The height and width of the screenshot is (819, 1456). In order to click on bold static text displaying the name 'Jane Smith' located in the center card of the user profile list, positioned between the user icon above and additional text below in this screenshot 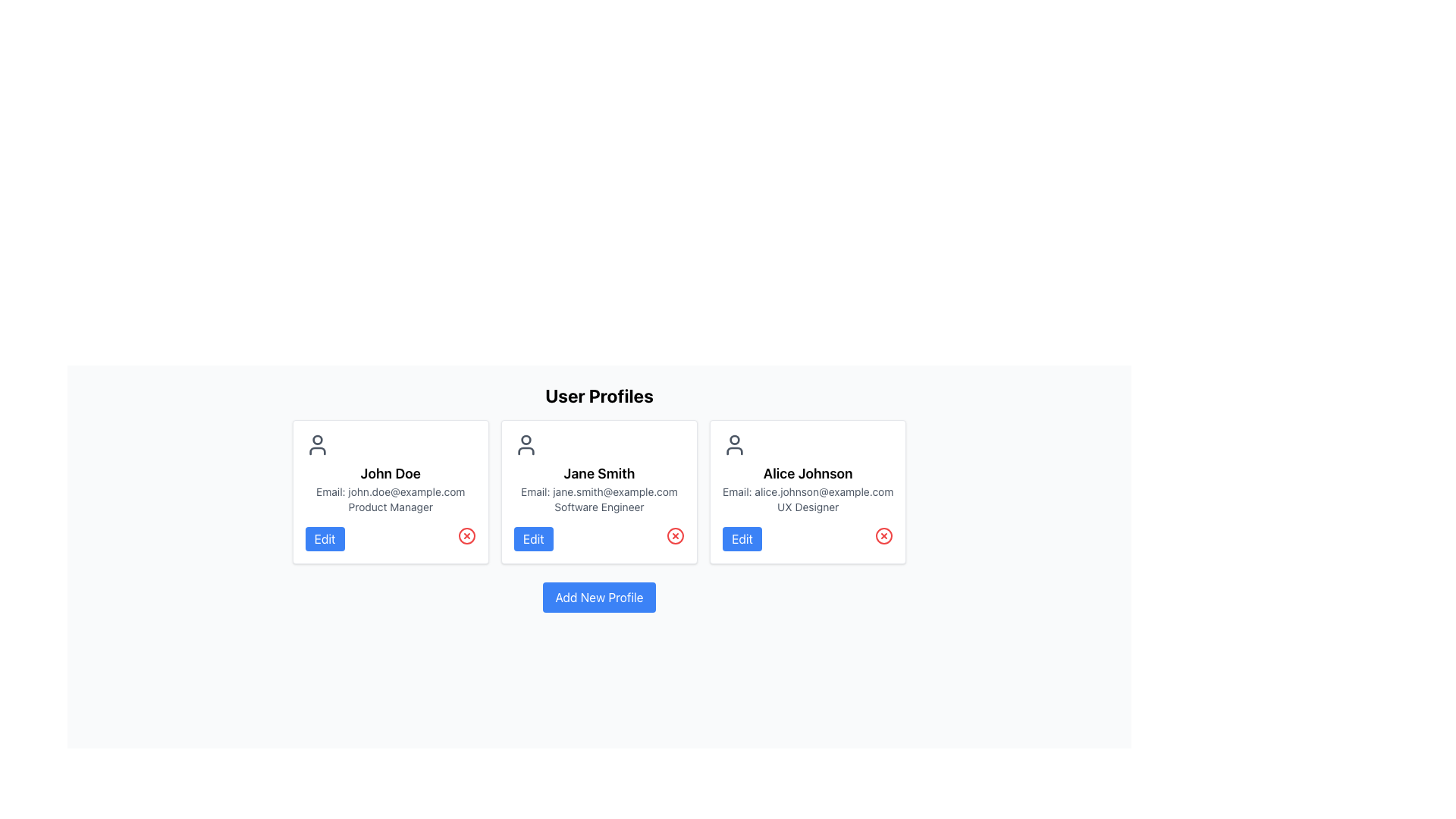, I will do `click(598, 472)`.